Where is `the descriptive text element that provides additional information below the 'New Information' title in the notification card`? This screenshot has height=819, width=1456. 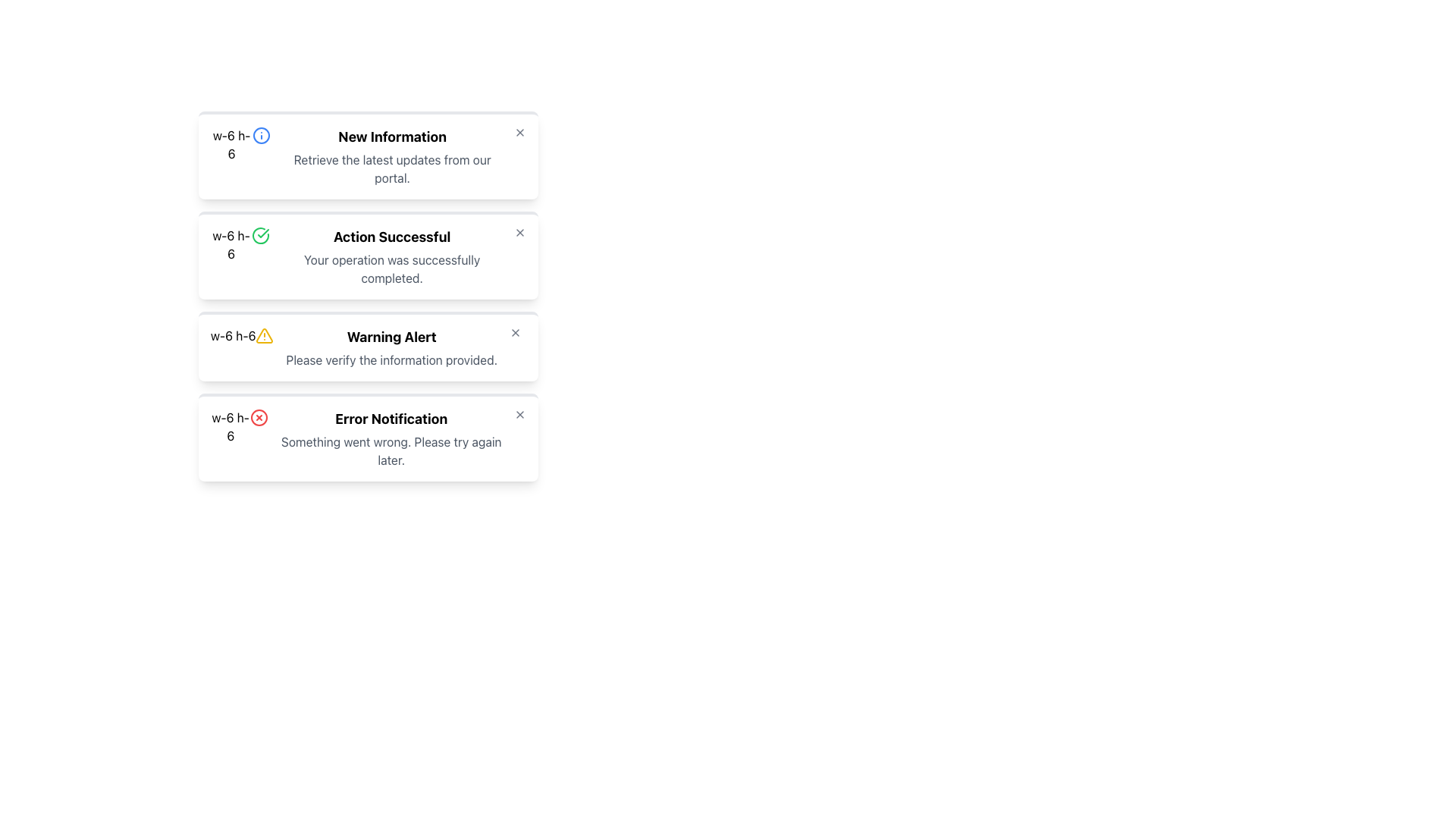 the descriptive text element that provides additional information below the 'New Information' title in the notification card is located at coordinates (392, 169).